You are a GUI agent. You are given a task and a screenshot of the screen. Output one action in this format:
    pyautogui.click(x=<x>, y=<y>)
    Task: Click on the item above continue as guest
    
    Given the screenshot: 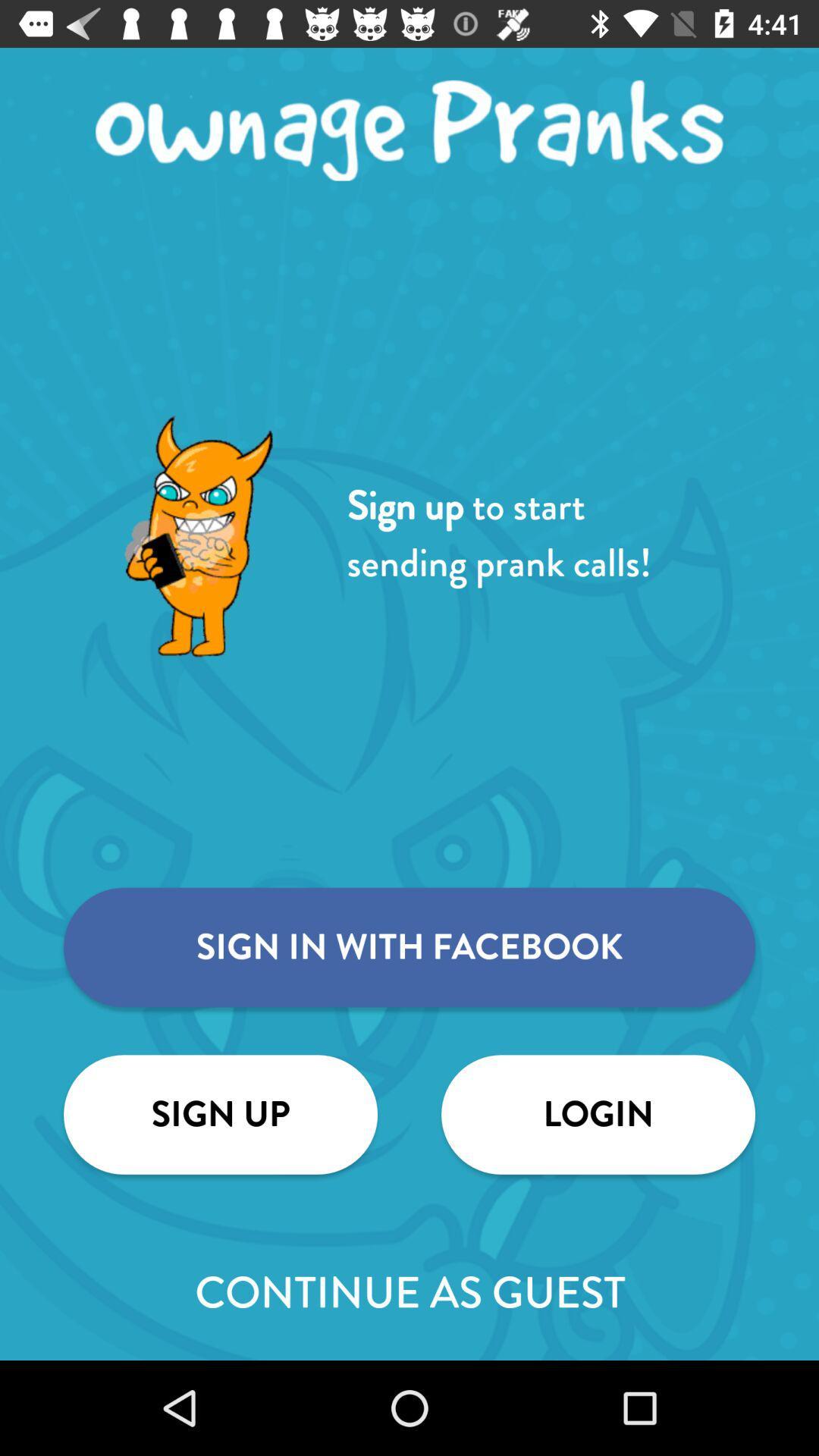 What is the action you would take?
    pyautogui.click(x=598, y=1114)
    